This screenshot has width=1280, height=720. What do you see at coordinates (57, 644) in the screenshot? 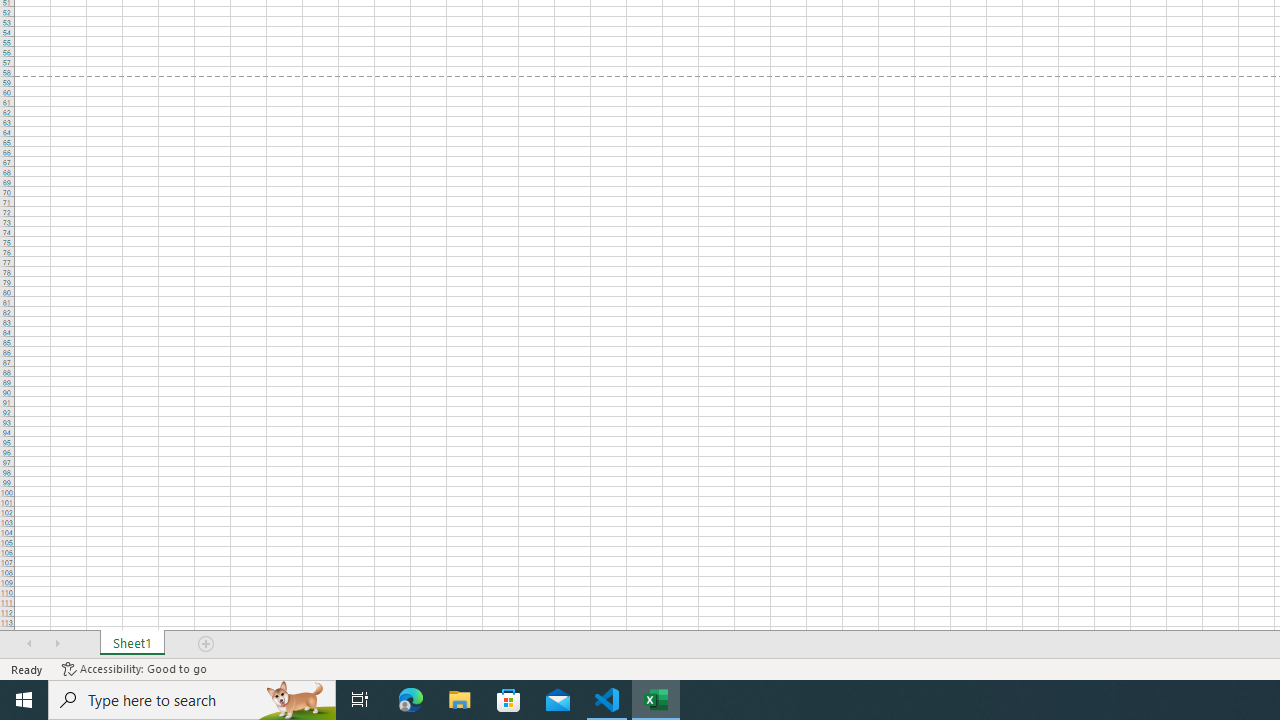
I see `'Scroll Right'` at bounding box center [57, 644].